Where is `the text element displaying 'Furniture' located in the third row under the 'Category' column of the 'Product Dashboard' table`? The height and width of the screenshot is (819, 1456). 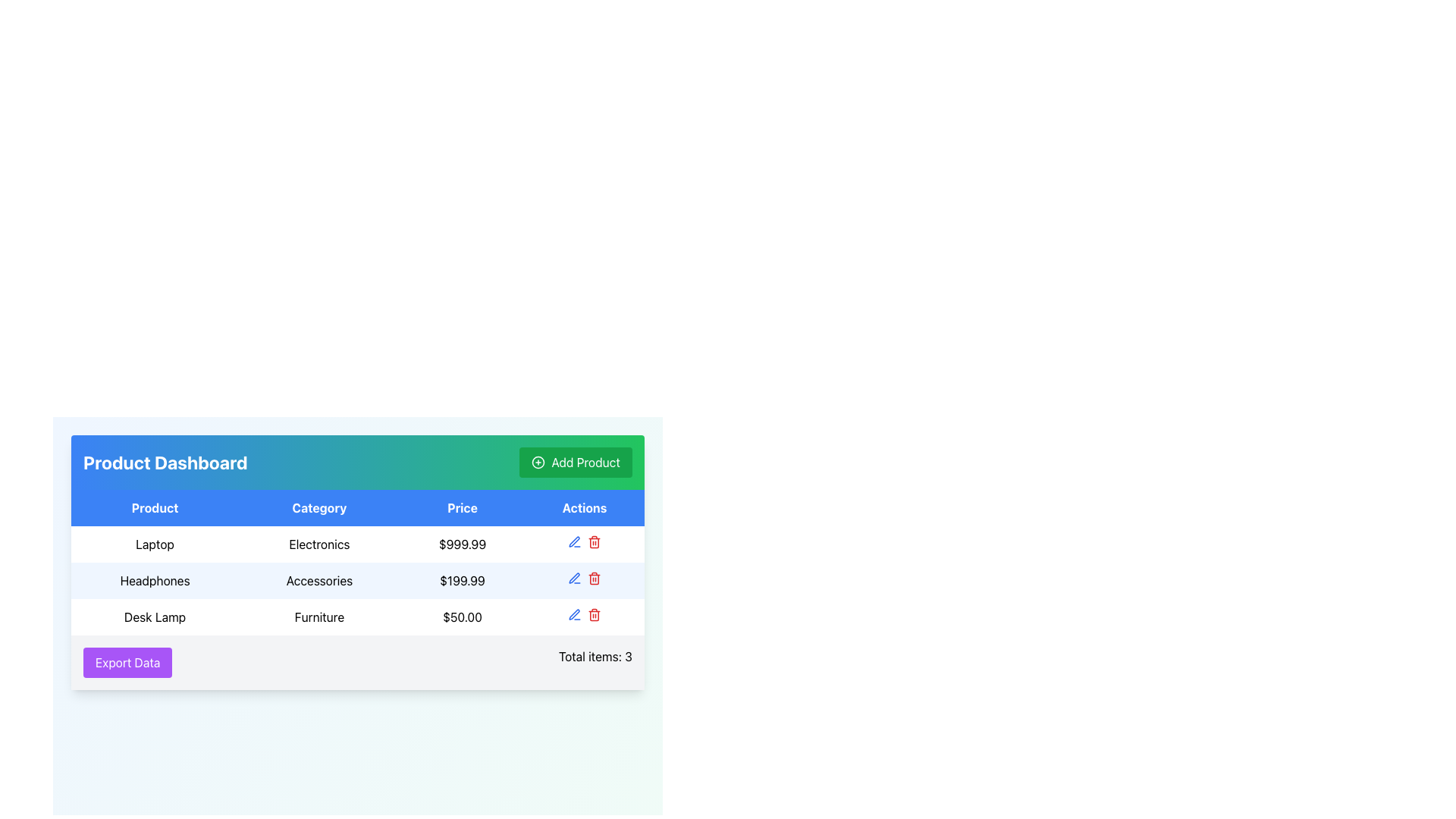 the text element displaying 'Furniture' located in the third row under the 'Category' column of the 'Product Dashboard' table is located at coordinates (318, 617).